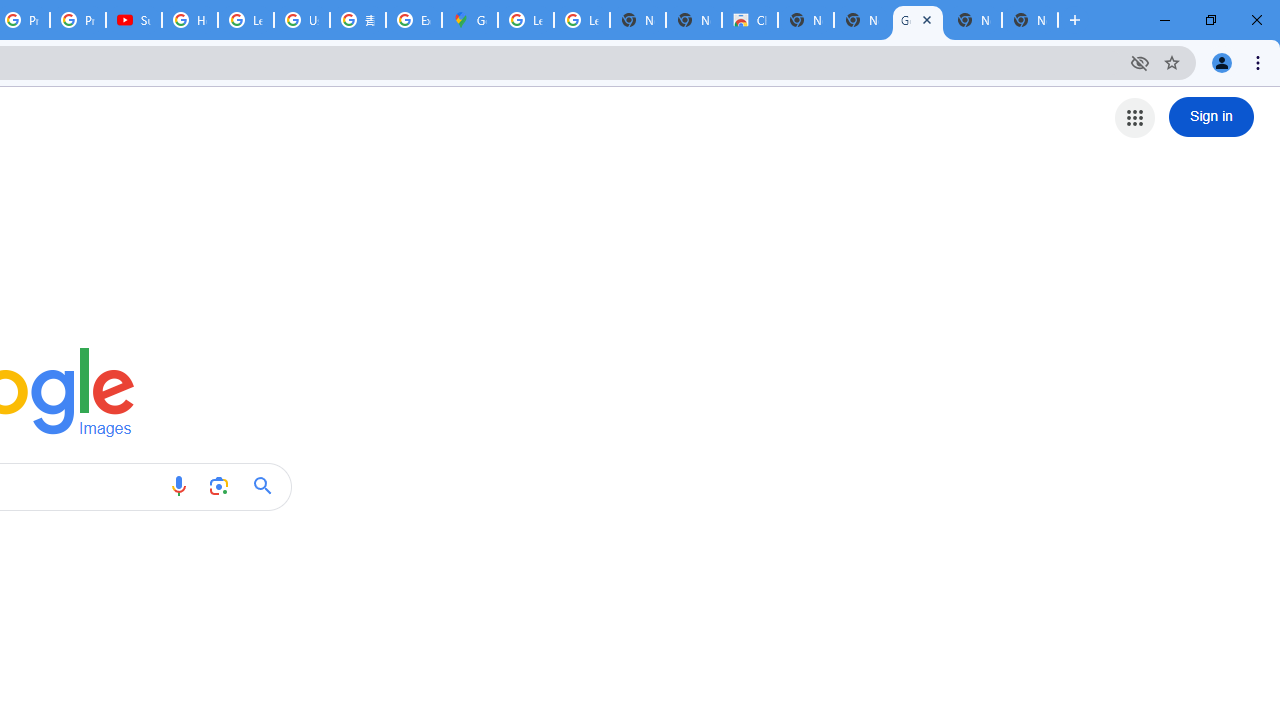 The height and width of the screenshot is (720, 1280). Describe the element at coordinates (190, 20) in the screenshot. I see `'How Chrome protects your passwords - Google Chrome Help'` at that location.